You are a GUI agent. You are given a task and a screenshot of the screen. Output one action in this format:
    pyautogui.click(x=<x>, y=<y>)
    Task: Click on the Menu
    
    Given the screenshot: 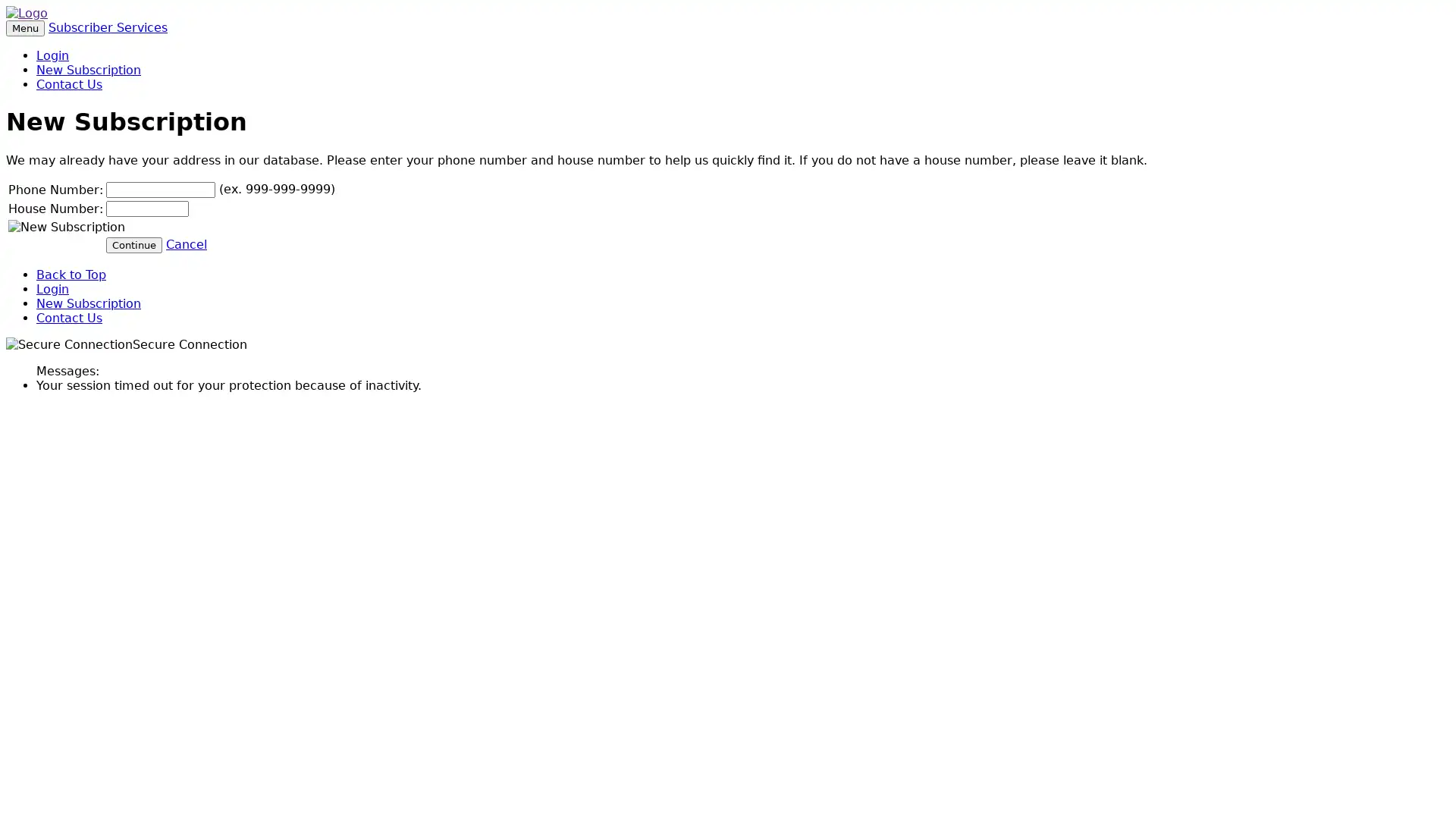 What is the action you would take?
    pyautogui.click(x=25, y=28)
    